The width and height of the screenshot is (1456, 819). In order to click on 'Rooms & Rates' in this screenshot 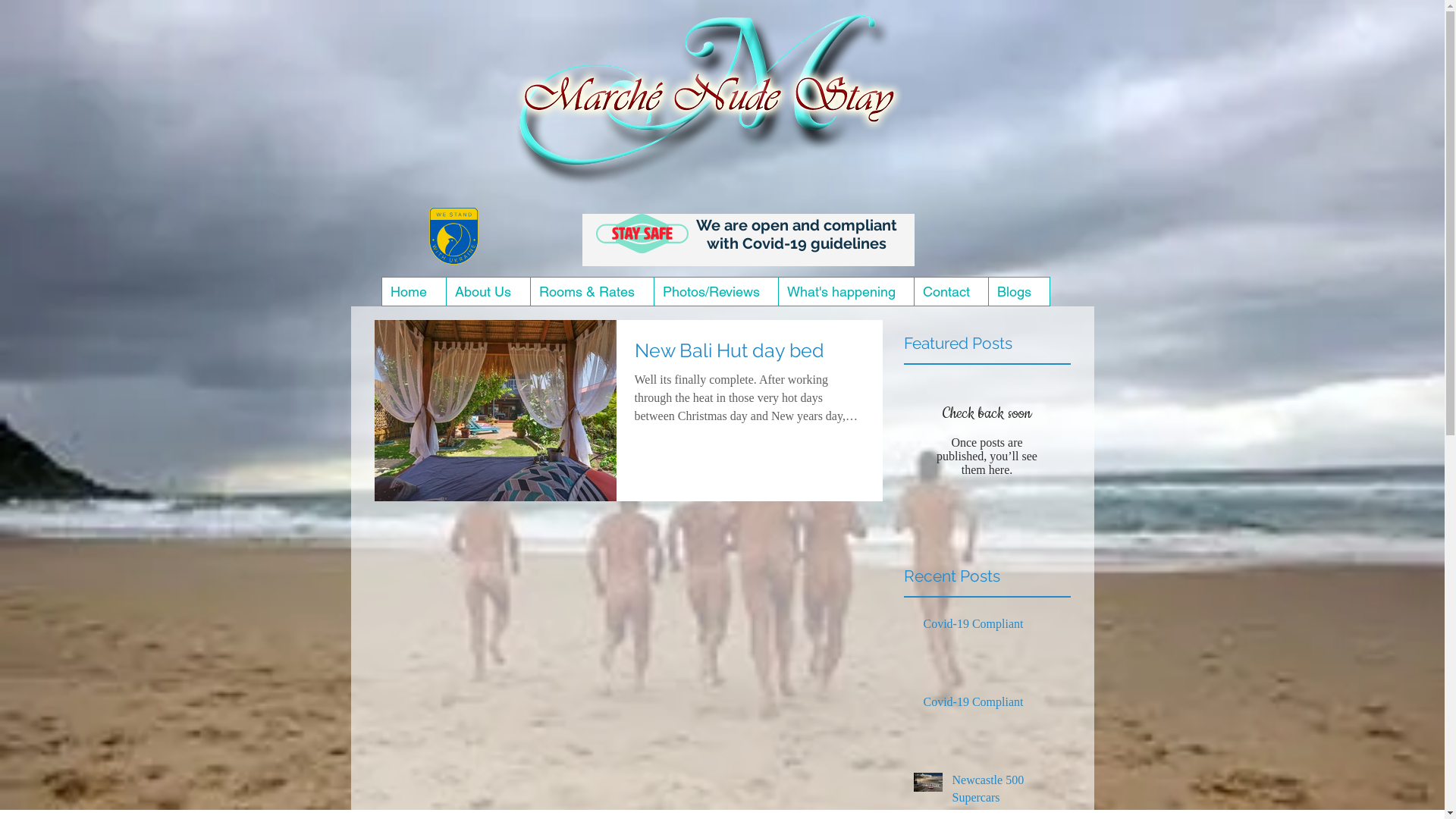, I will do `click(590, 291)`.